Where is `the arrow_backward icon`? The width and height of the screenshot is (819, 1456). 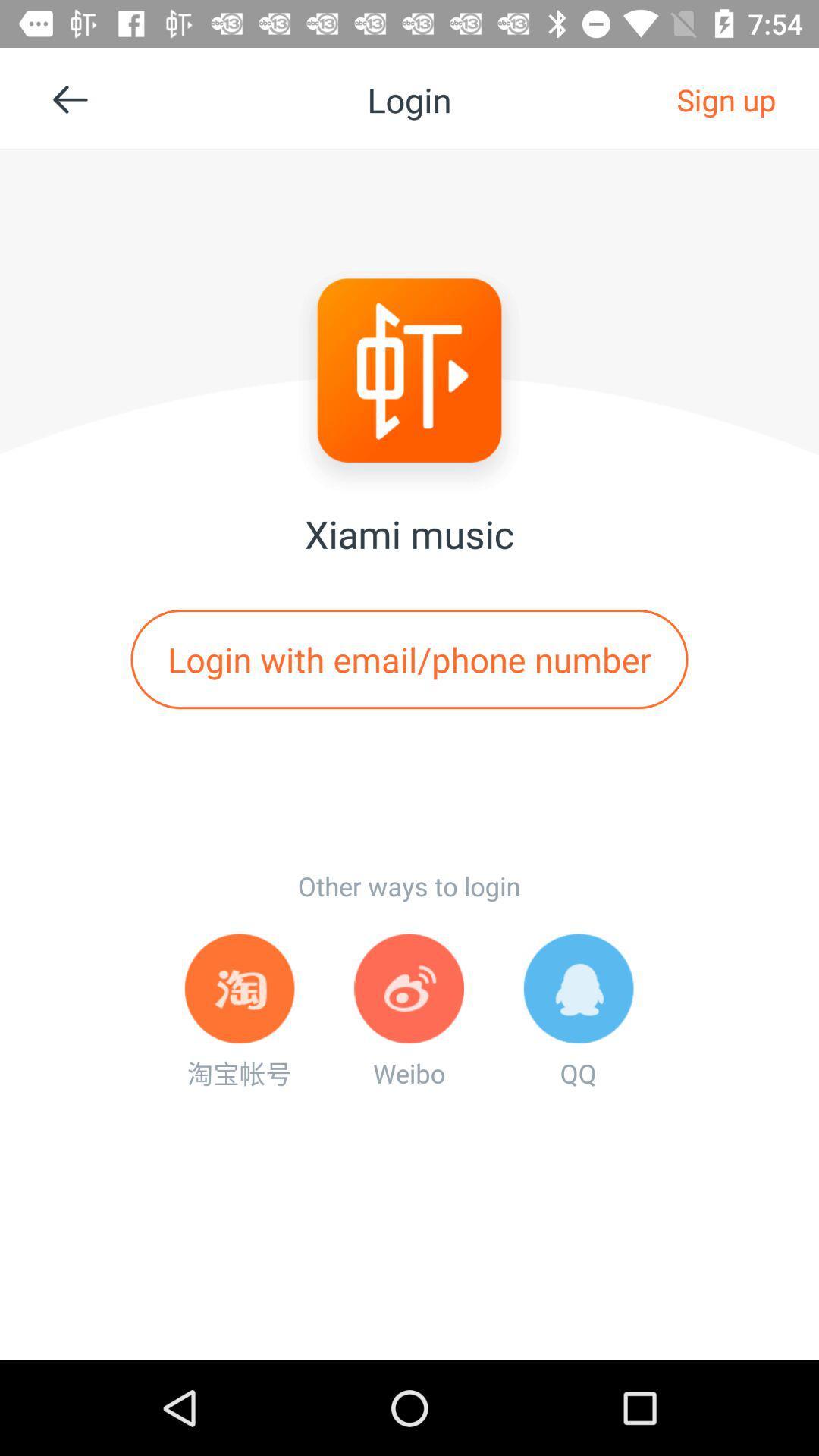
the arrow_backward icon is located at coordinates (77, 105).